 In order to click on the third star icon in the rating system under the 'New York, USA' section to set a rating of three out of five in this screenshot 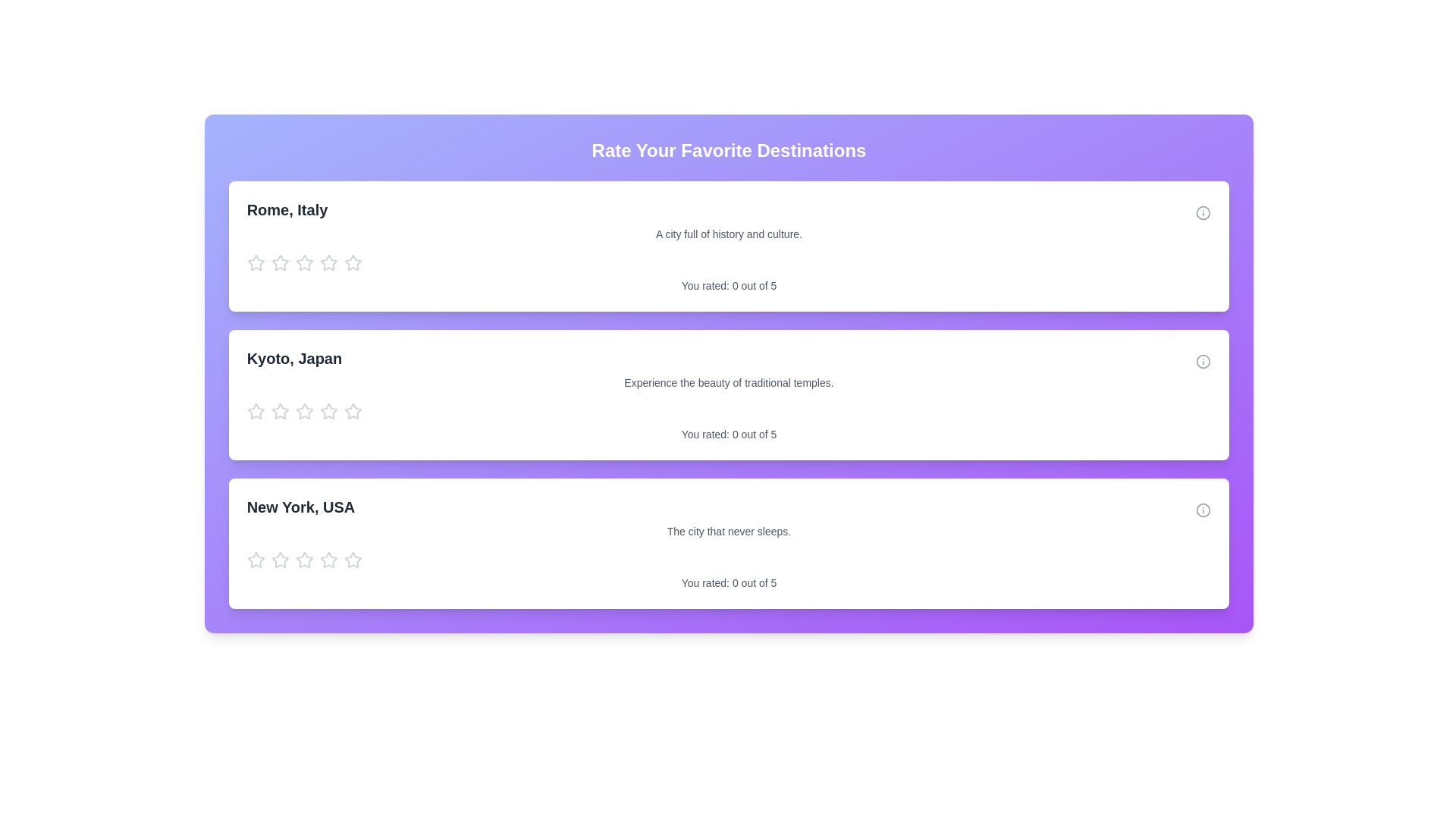, I will do `click(328, 560)`.